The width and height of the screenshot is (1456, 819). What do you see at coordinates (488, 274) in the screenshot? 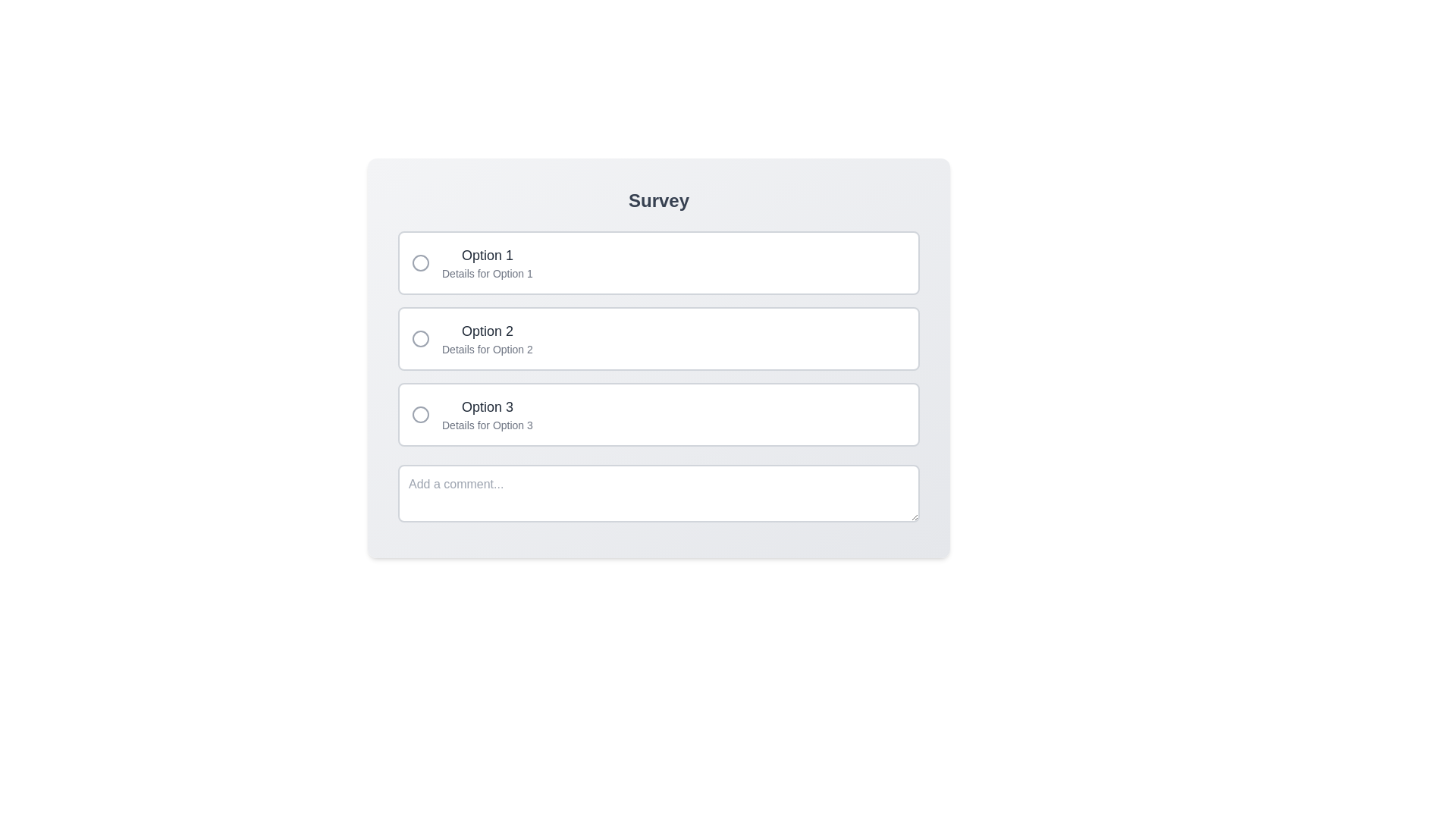
I see `the static text label 'Details for Option 1' located below the main option title 'Option 1'` at bounding box center [488, 274].